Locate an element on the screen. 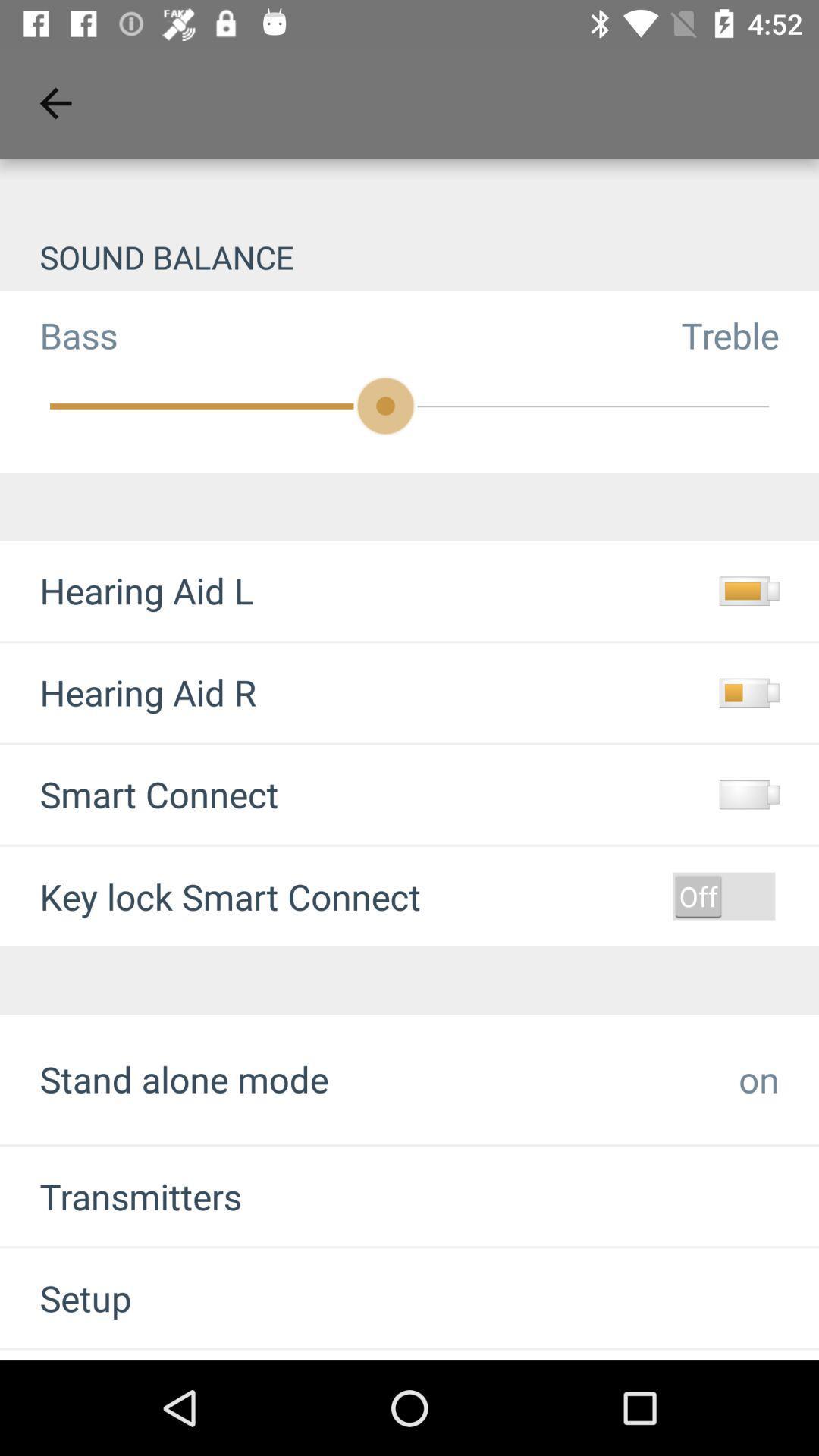 The image size is (819, 1456). icon next to on icon is located at coordinates (184, 1078).